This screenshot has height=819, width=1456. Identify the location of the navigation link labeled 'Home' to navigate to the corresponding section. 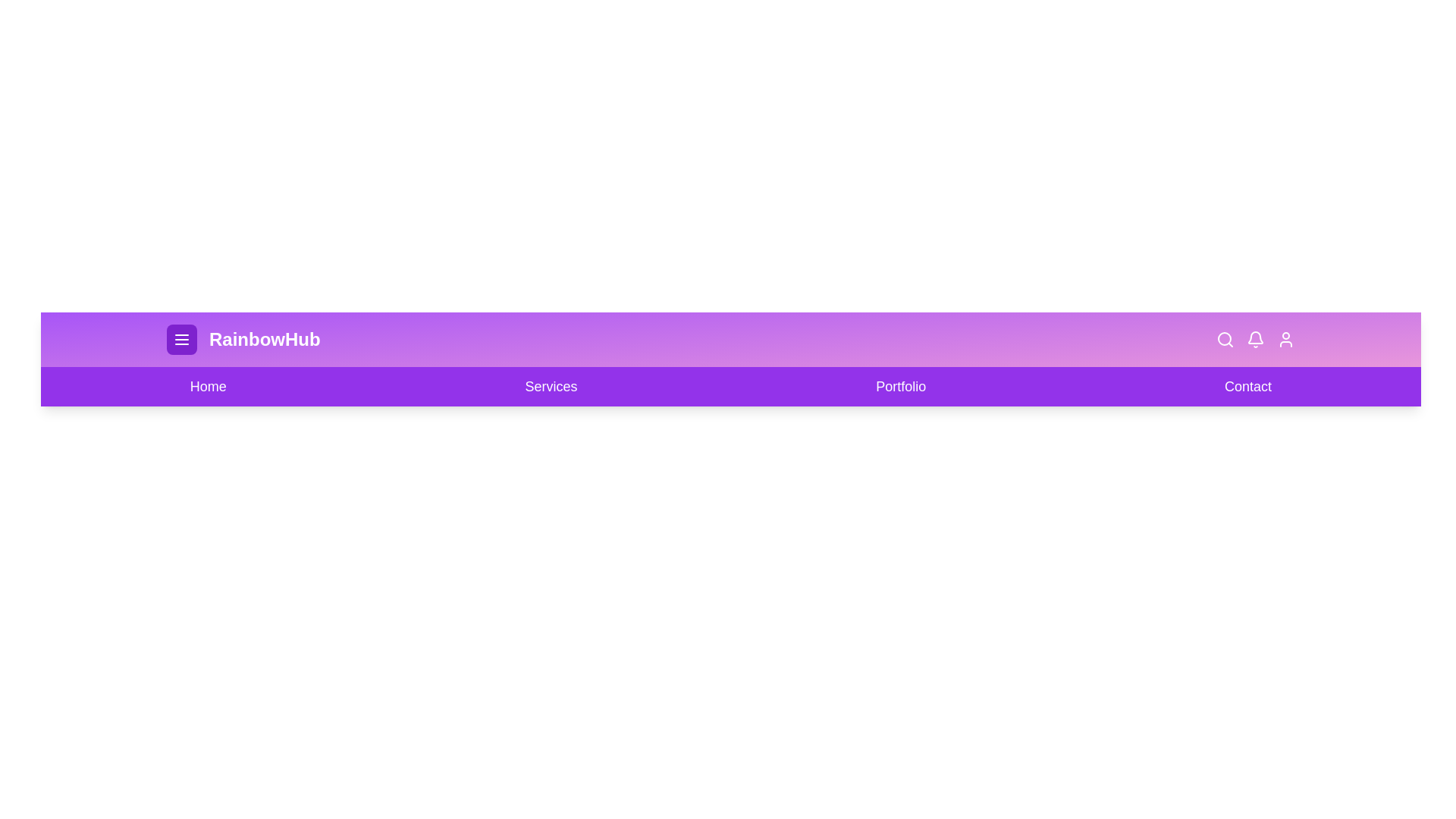
(206, 385).